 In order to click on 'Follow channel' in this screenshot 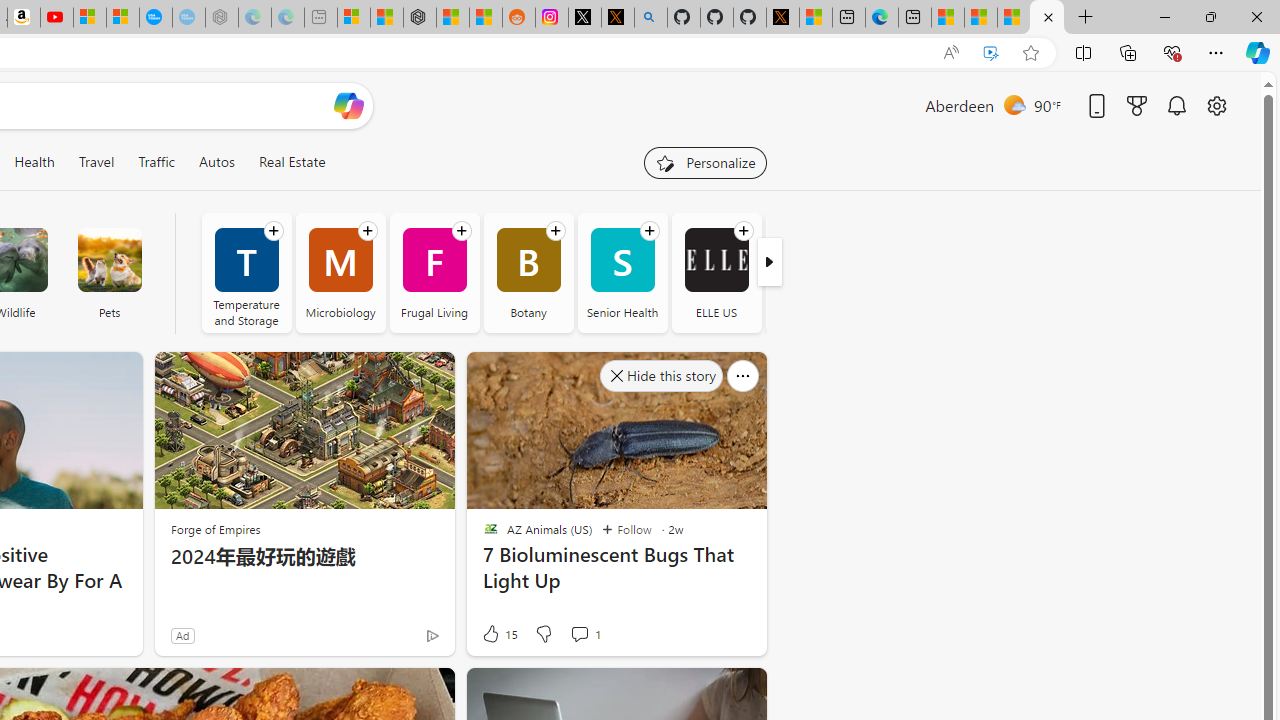, I will do `click(742, 230)`.